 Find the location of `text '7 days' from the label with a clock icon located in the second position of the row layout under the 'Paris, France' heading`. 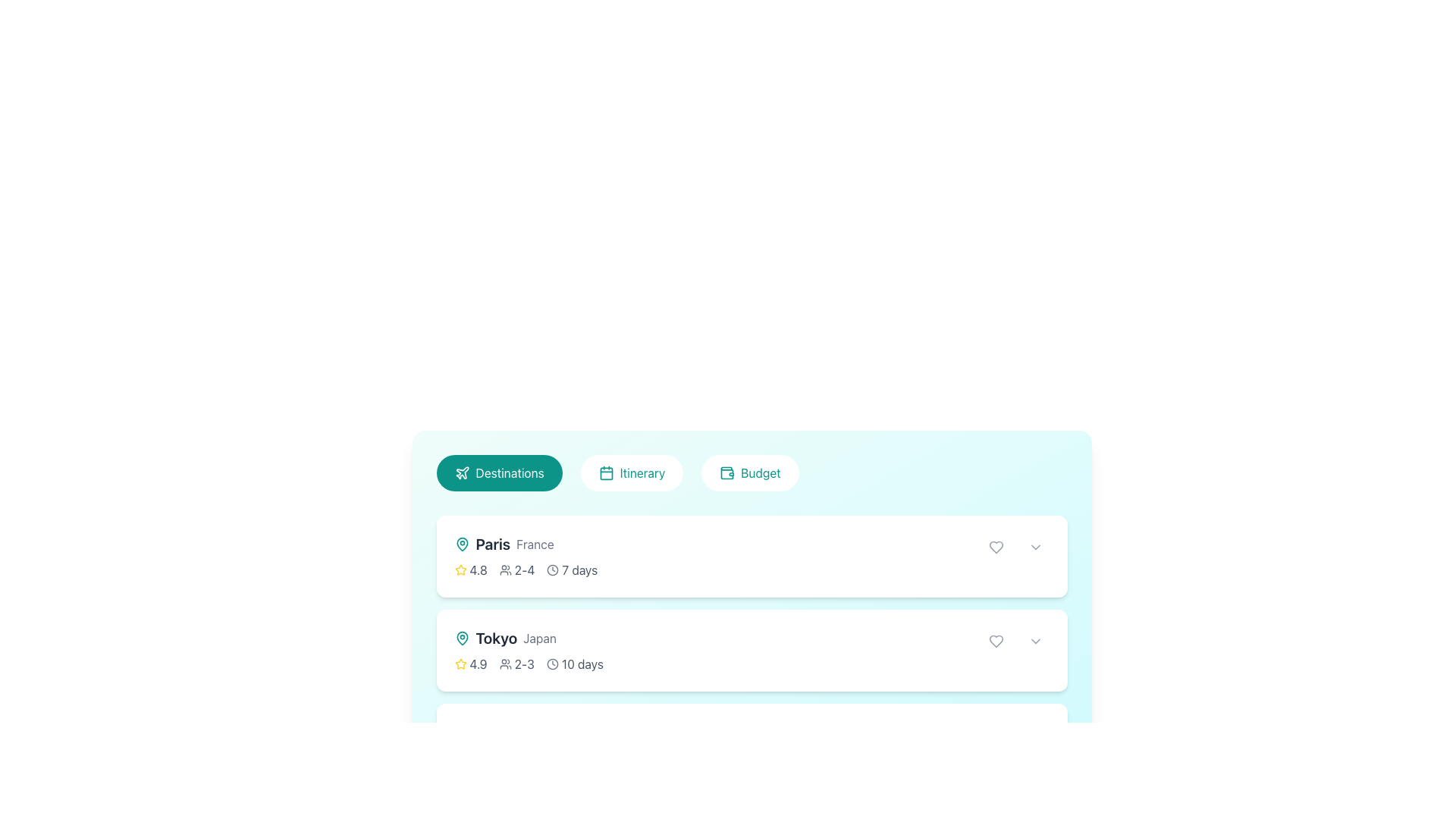

text '7 days' from the label with a clock icon located in the second position of the row layout under the 'Paris, France' heading is located at coordinates (571, 570).